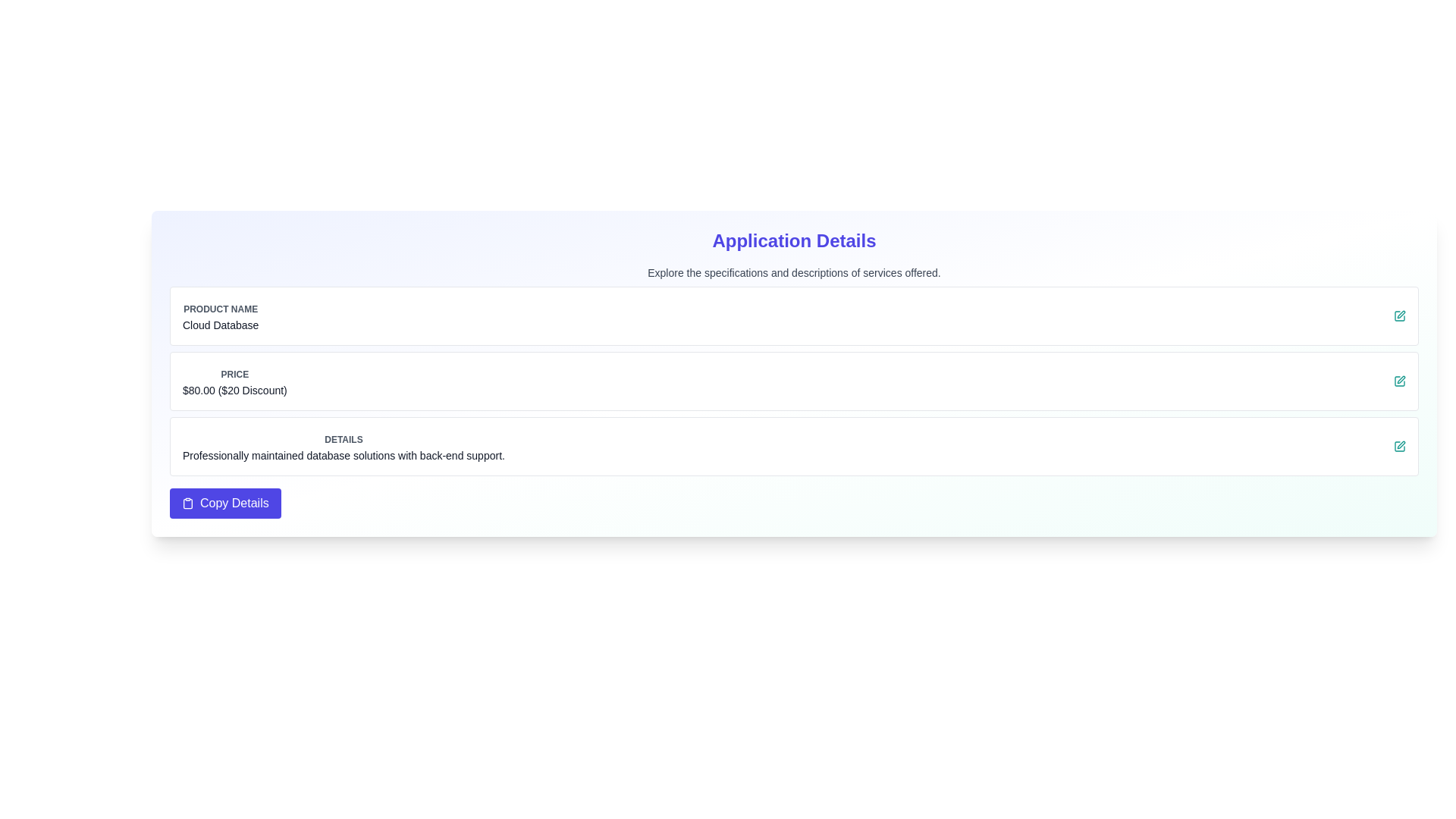 The image size is (1456, 819). Describe the element at coordinates (234, 380) in the screenshot. I see `the text block element displaying 'PRICE' and '$80.00 ($20 Discount)' situated between 'PRODUCT NAME' and 'DETAILS'` at that location.